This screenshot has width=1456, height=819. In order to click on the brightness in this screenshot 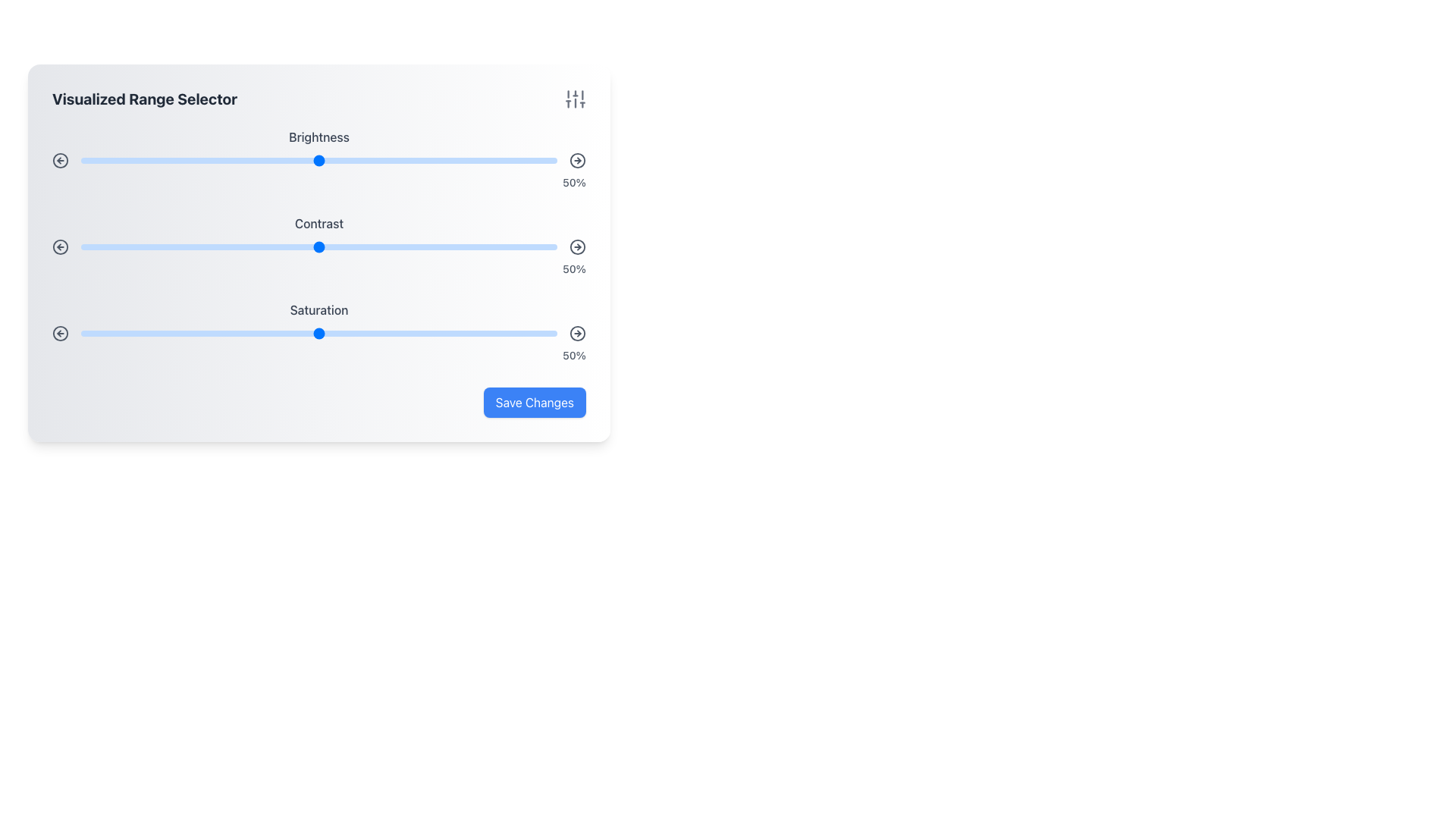, I will do `click(342, 161)`.